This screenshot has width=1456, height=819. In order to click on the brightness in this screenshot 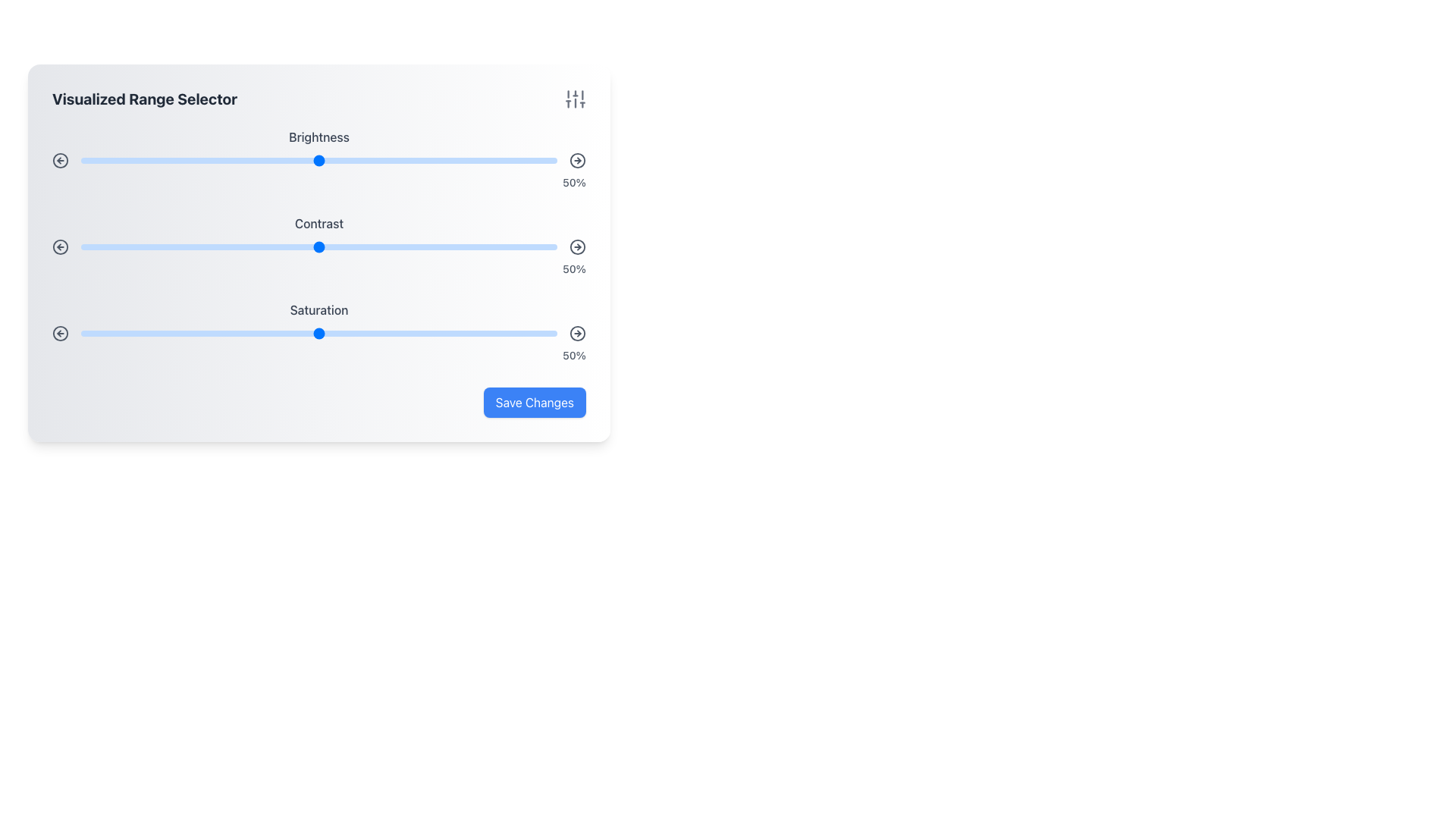, I will do `click(342, 161)`.